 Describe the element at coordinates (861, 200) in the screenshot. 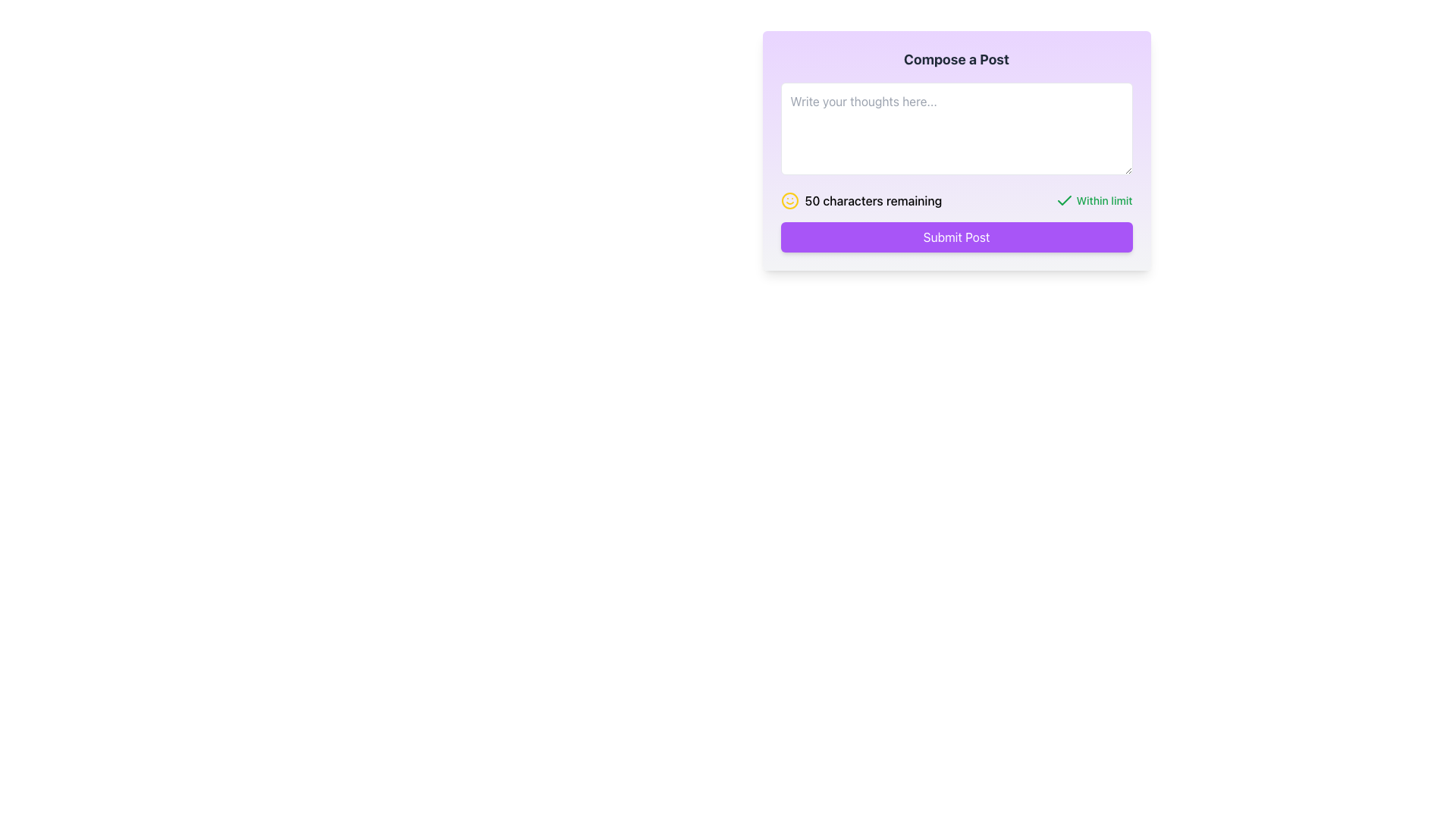

I see `text in the feedback label displaying '50 characters remaining' located in the feedback section of the text input form, positioned to the left of the 'Within limit' indication` at that location.